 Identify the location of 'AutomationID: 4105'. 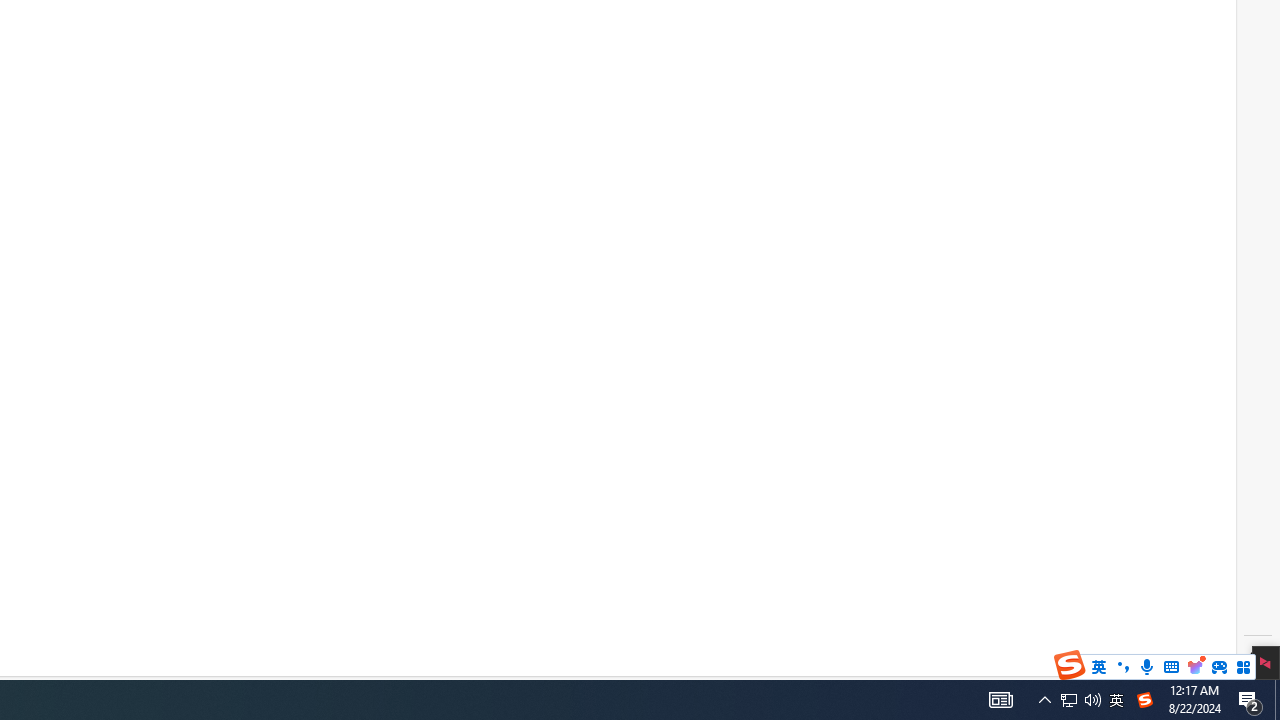
(1000, 698).